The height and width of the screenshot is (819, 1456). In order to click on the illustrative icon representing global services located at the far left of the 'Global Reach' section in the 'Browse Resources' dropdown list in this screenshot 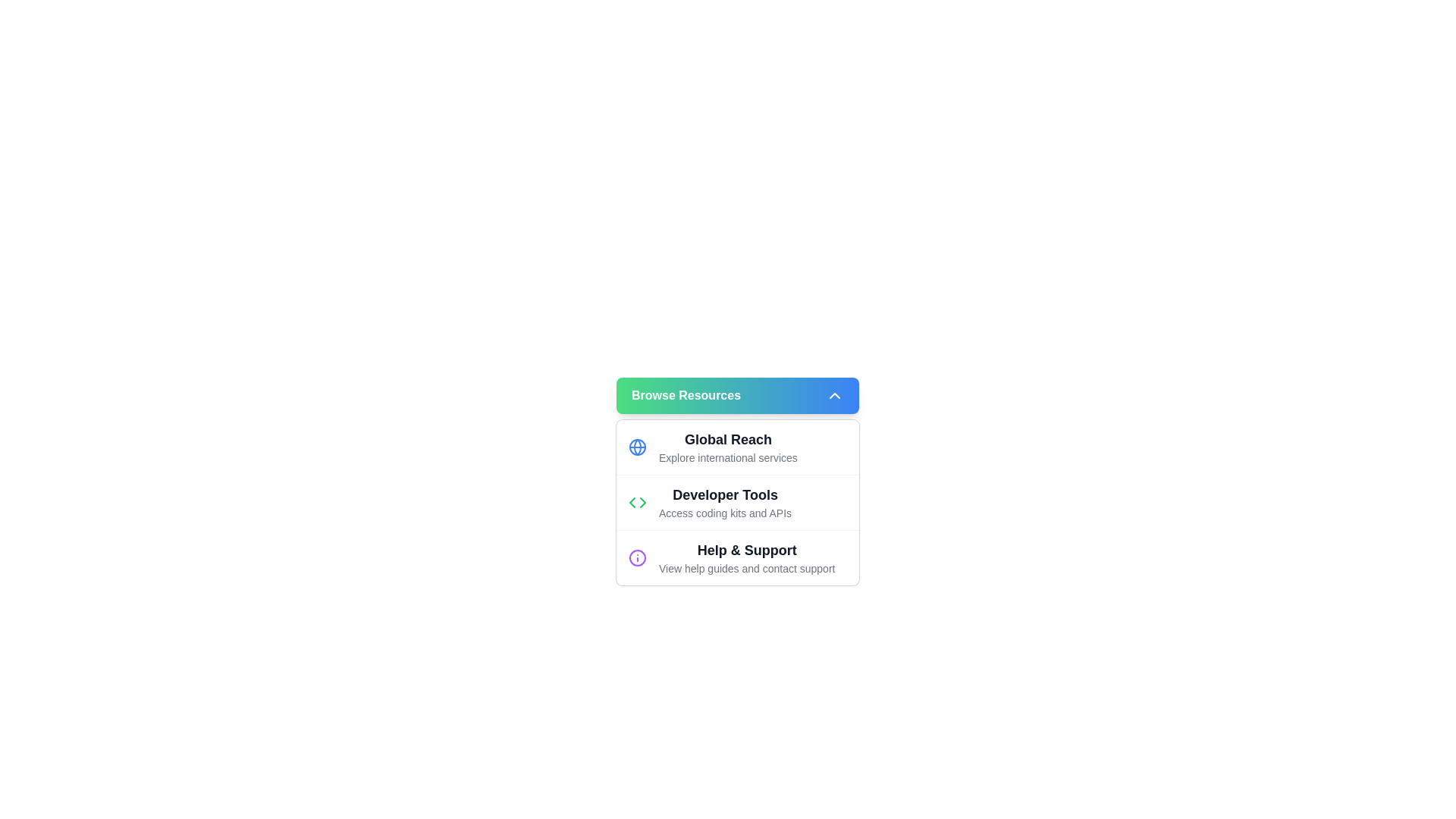, I will do `click(637, 447)`.